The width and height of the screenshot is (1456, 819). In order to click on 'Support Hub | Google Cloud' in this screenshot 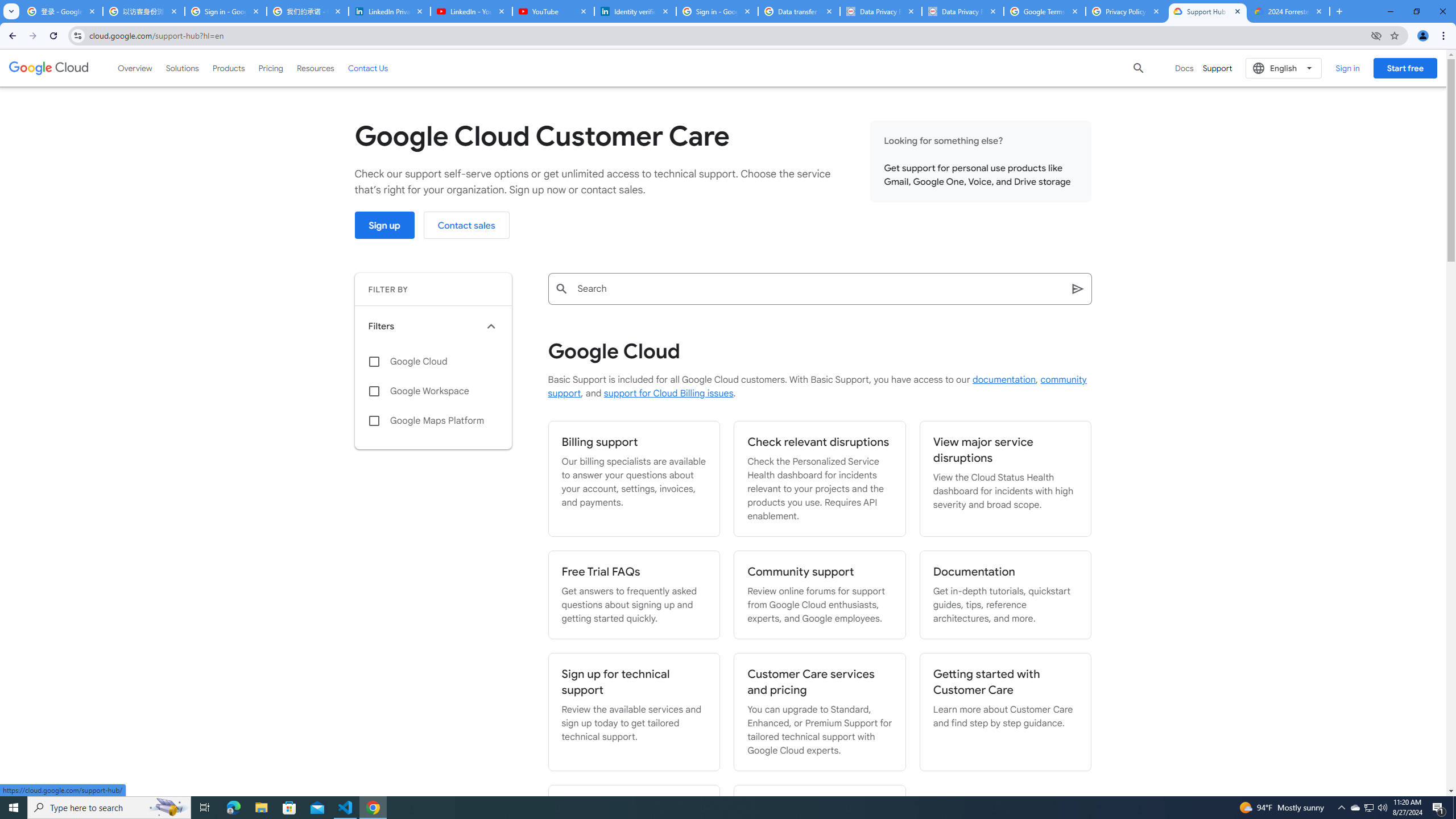, I will do `click(1207, 11)`.